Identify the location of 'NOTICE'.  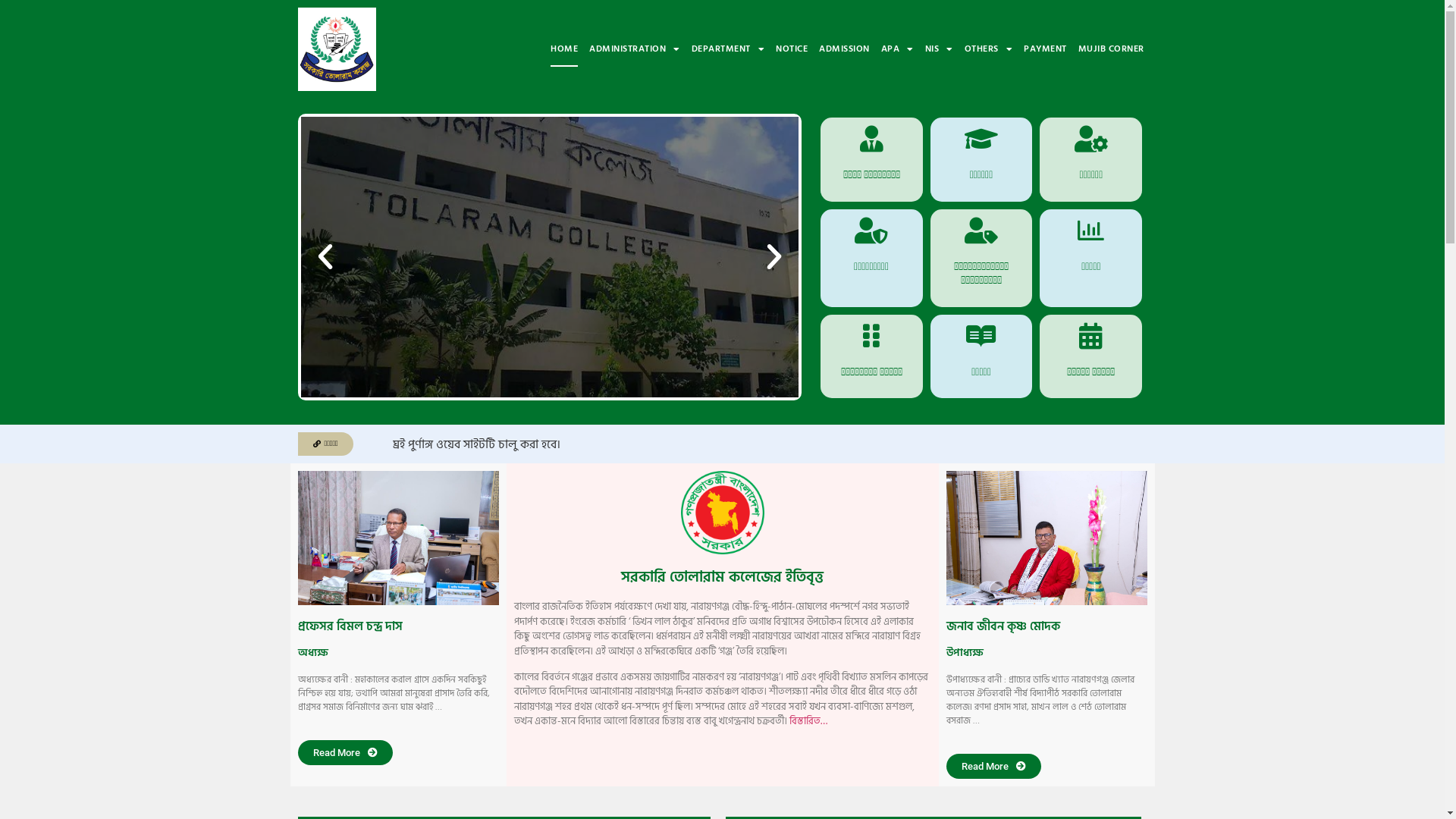
(775, 49).